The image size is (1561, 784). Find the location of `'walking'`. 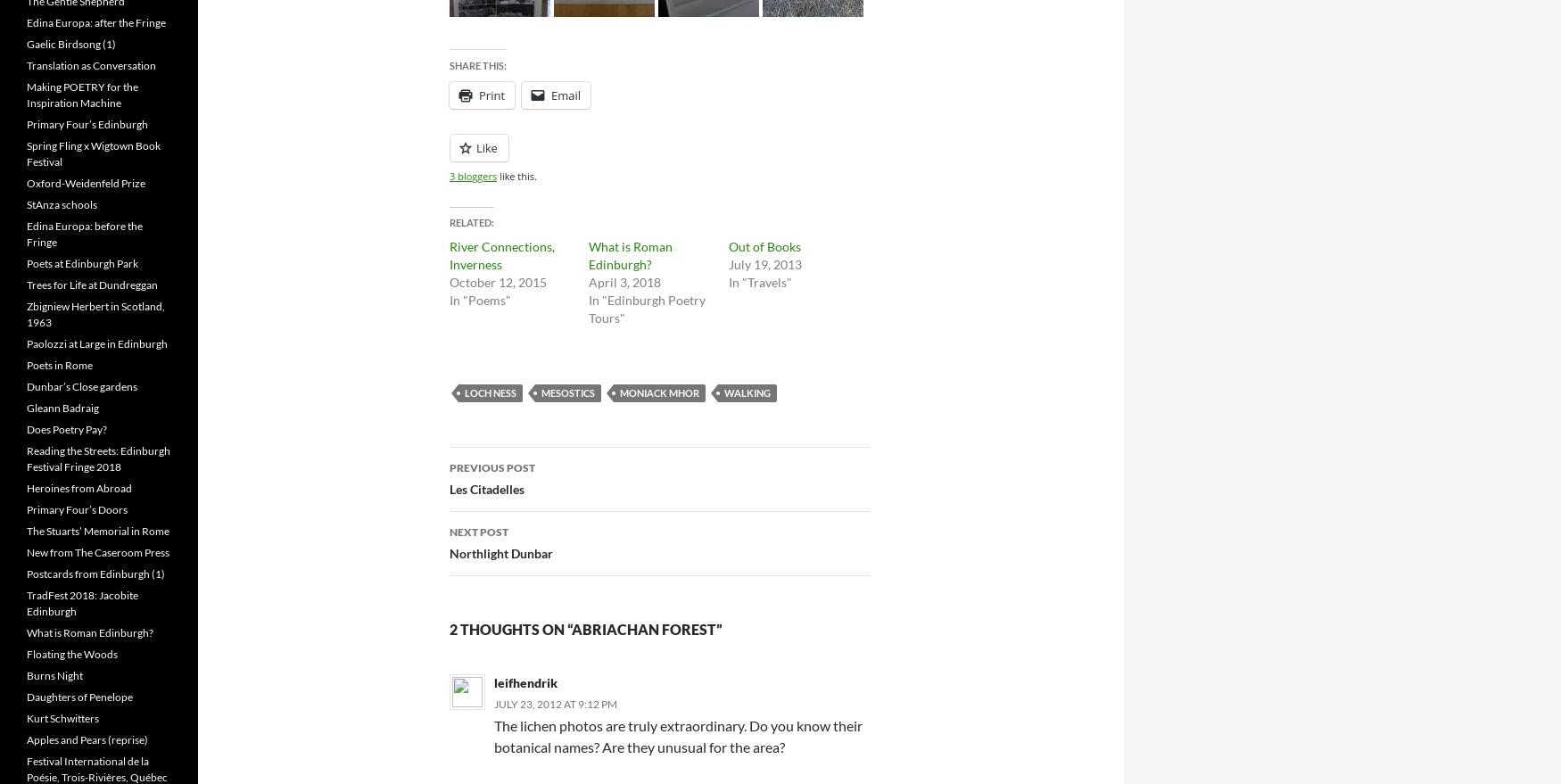

'walking' is located at coordinates (747, 391).